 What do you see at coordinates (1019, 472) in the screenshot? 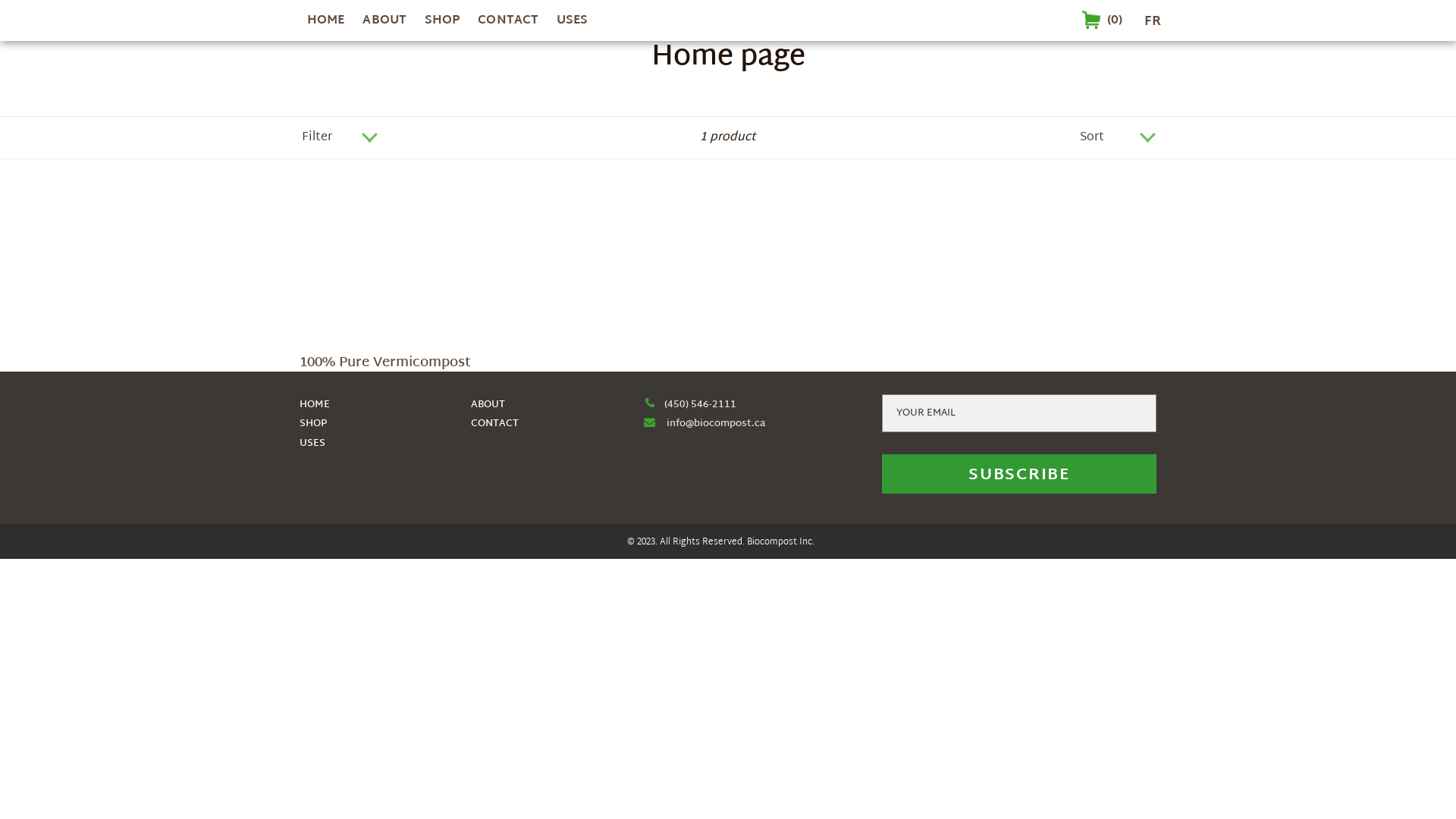
I see `'SUBSCRIBE'` at bounding box center [1019, 472].